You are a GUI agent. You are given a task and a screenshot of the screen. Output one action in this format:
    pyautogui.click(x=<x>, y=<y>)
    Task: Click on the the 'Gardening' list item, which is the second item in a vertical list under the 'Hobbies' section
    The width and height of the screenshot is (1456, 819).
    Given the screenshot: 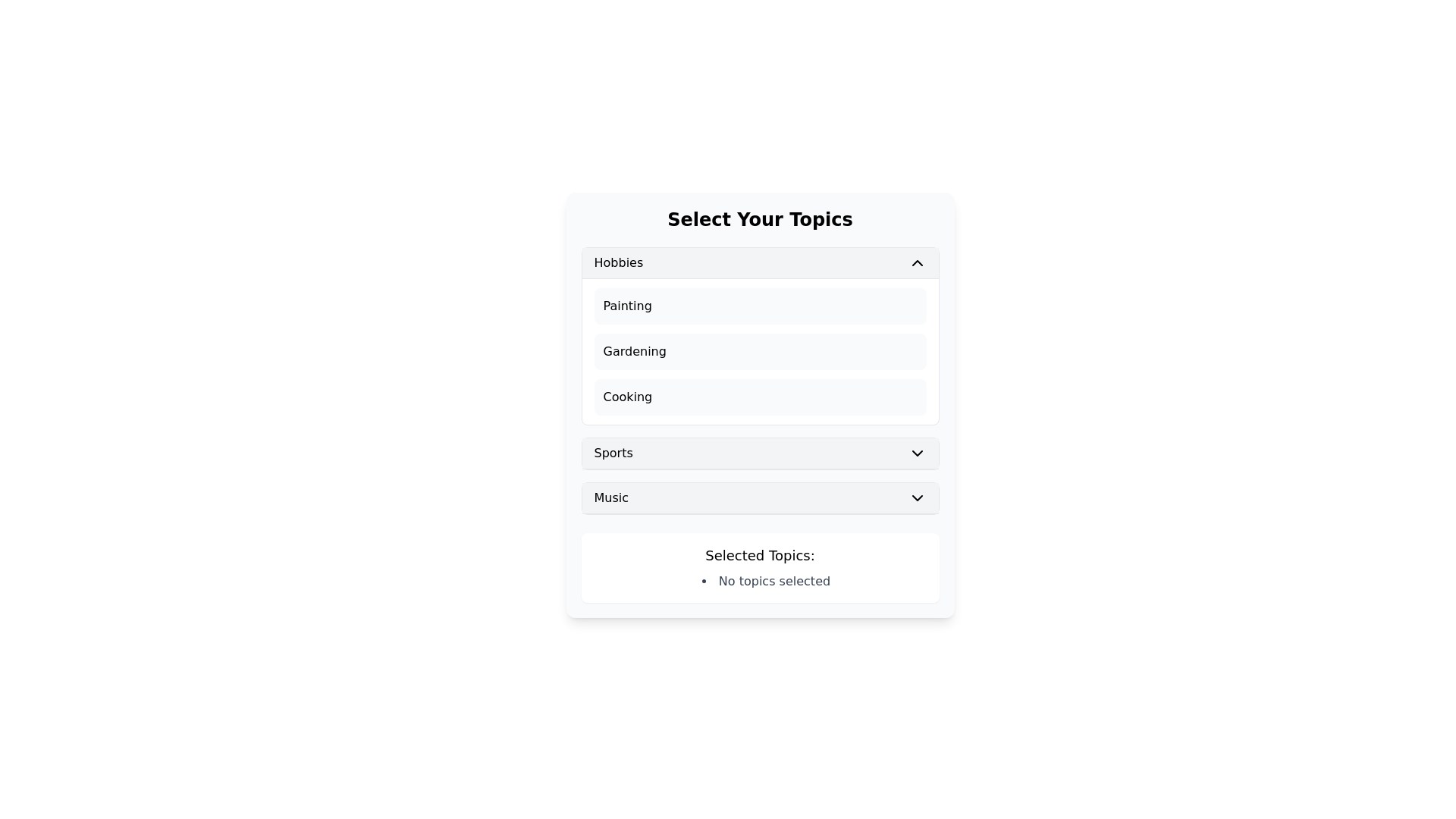 What is the action you would take?
    pyautogui.click(x=760, y=351)
    